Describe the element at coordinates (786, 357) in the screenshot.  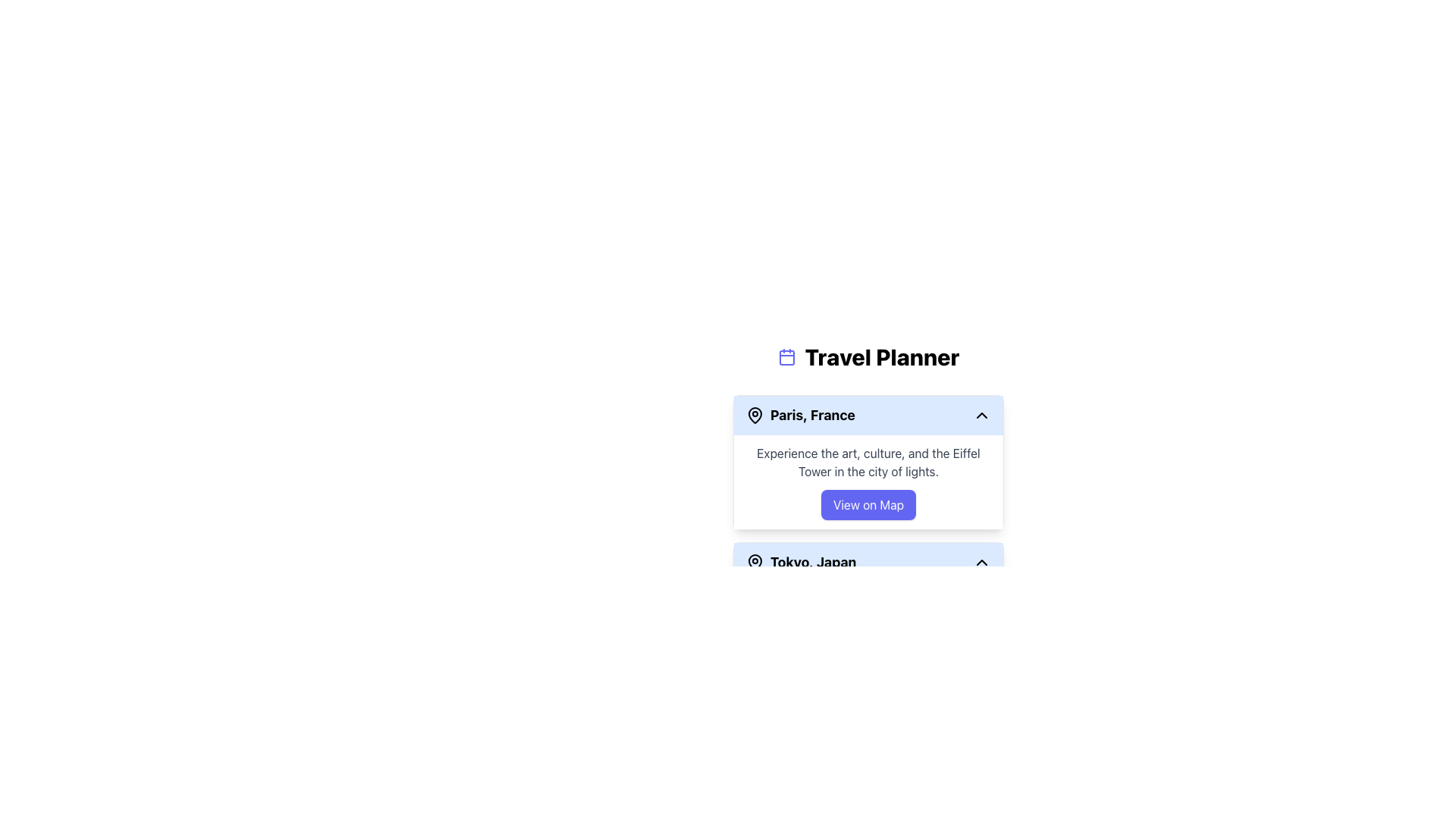
I see `small rectangular SVG element that forms the core structure of the calendar icon by clicking on its center` at that location.